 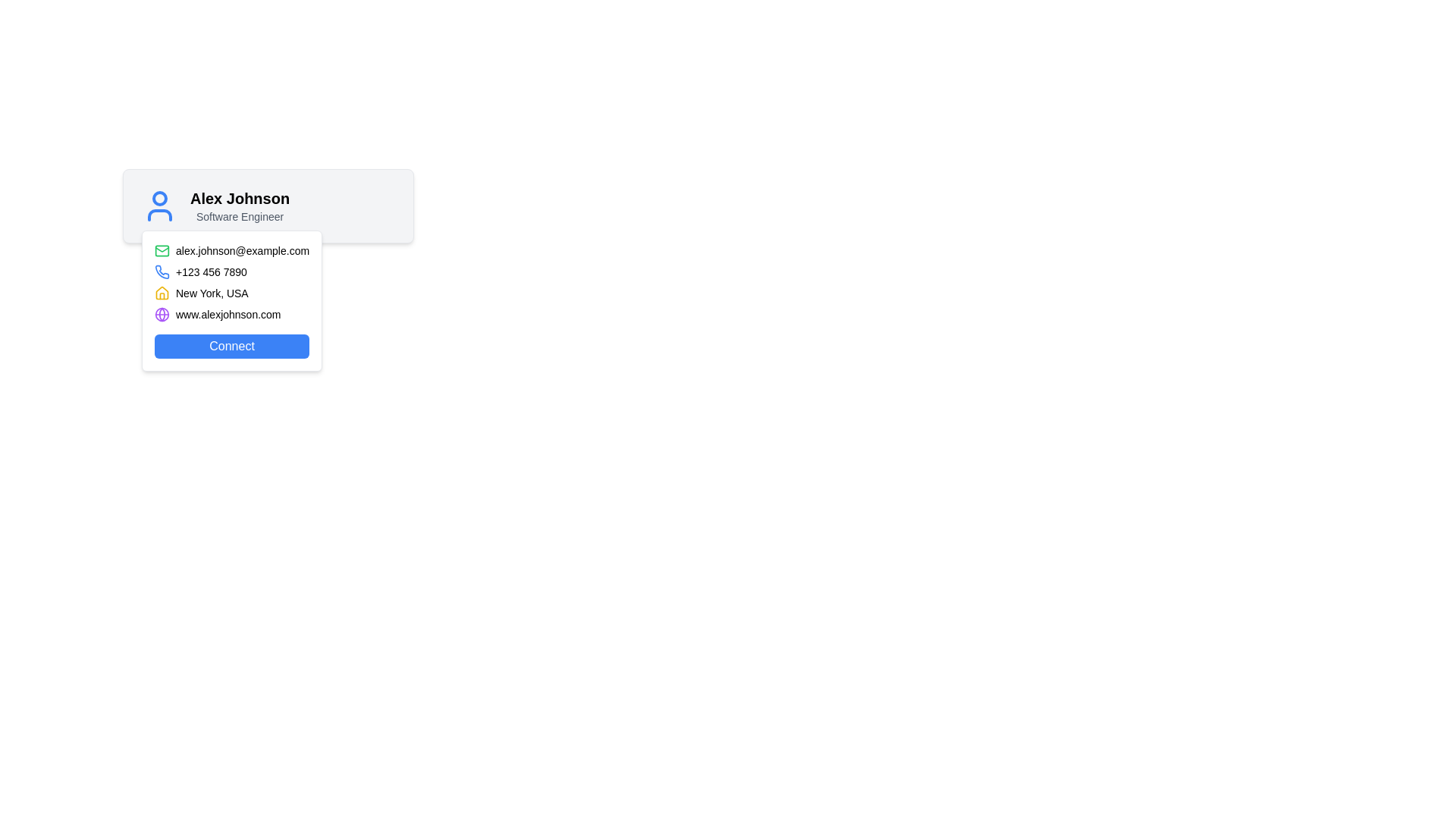 I want to click on the green SVG envelope icon positioned to the left of the email address 'alex.johnson@example.com', so click(x=162, y=250).